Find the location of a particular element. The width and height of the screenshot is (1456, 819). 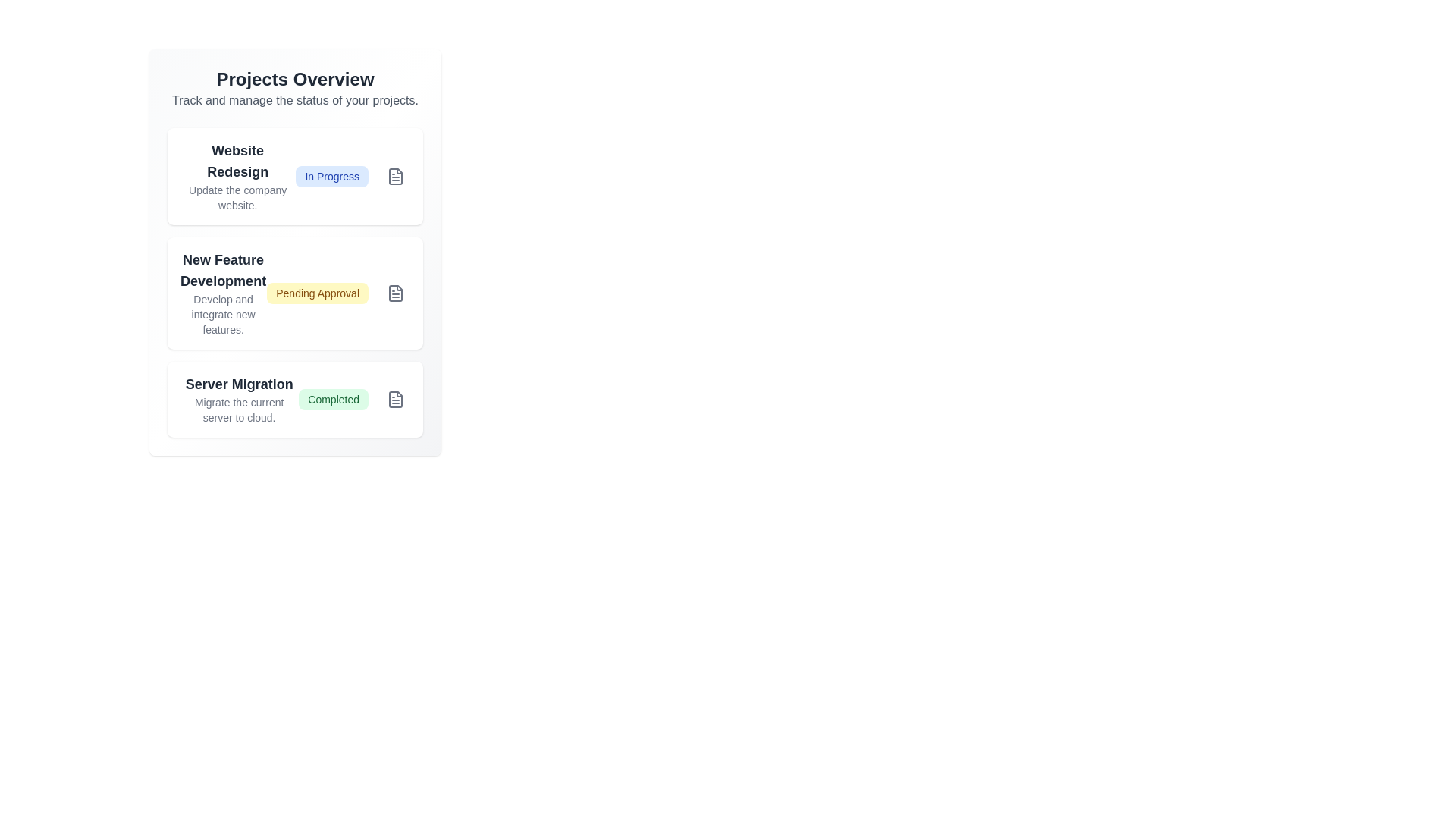

the project item labeled 'New Feature Development' to focus or highlight it is located at coordinates (295, 293).